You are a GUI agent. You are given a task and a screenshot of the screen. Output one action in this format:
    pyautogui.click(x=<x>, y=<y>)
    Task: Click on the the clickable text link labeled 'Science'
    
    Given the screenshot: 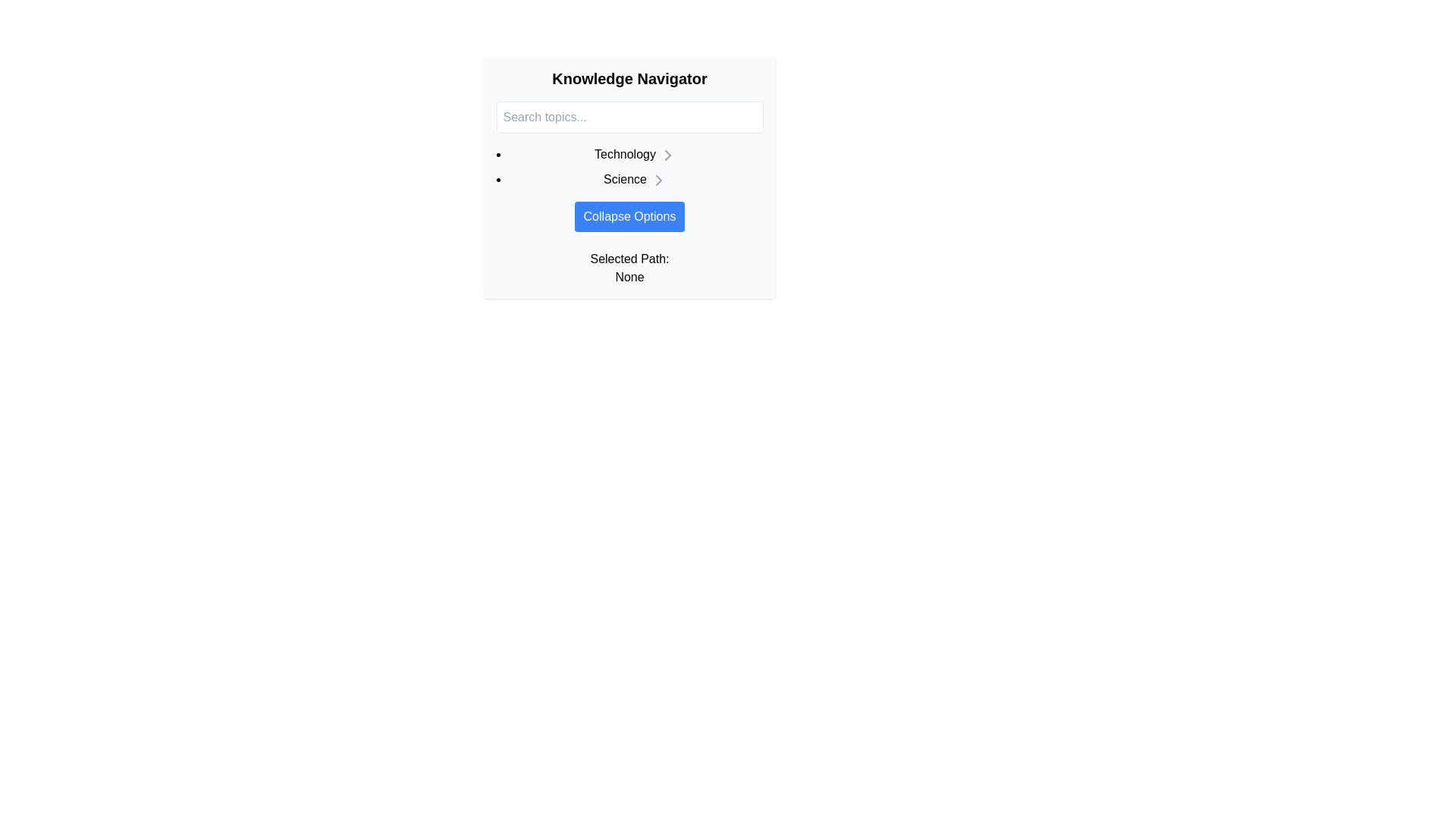 What is the action you would take?
    pyautogui.click(x=635, y=179)
    